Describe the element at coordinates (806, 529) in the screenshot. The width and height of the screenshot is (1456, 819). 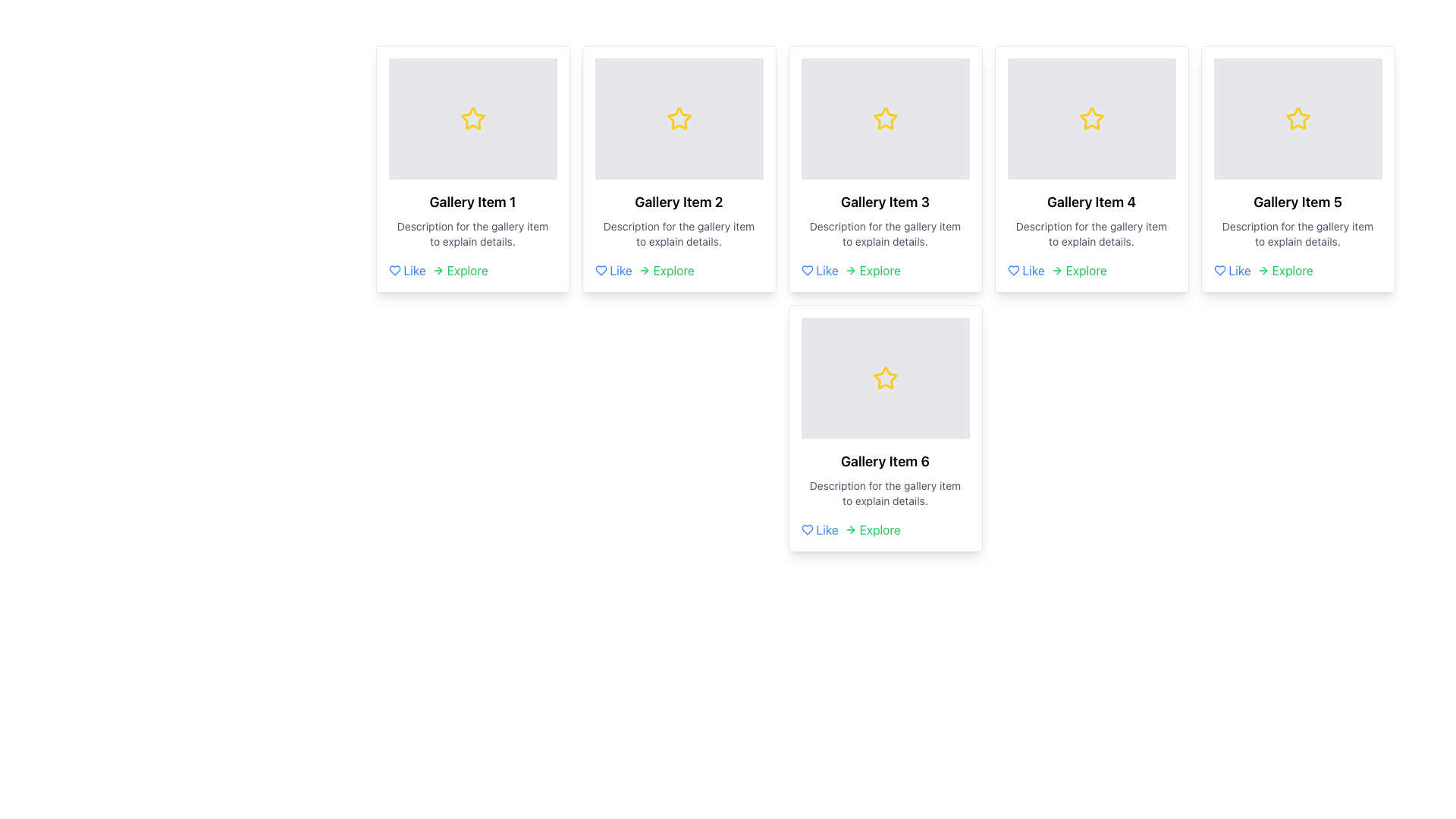
I see `the heart-shaped icon with a blue outline located in the 'Gallery Item 6' section` at that location.